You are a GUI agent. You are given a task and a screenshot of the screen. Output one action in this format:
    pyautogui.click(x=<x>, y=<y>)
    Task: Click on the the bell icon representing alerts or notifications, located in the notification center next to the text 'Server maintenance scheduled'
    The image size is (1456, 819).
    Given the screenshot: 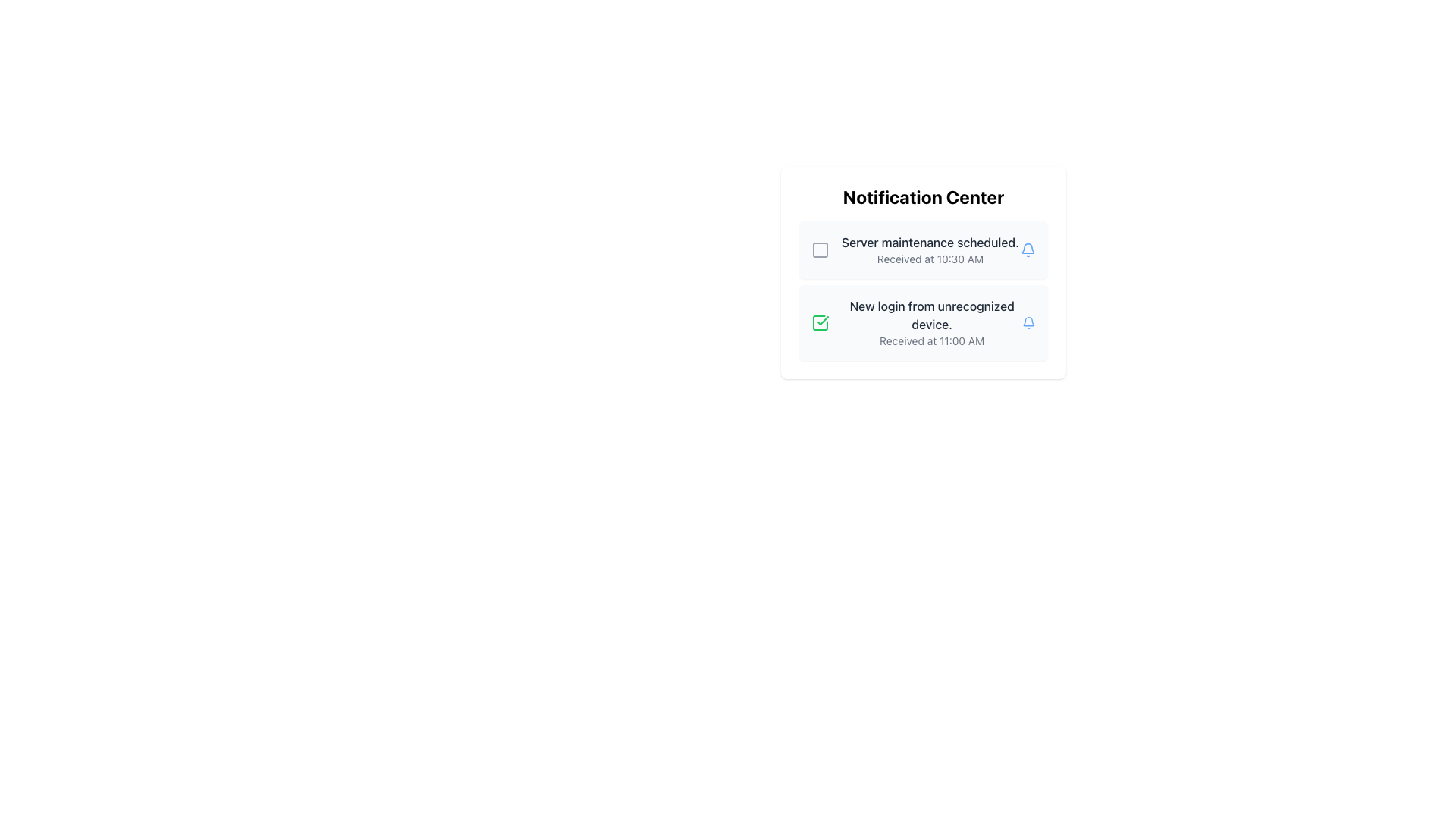 What is the action you would take?
    pyautogui.click(x=1028, y=247)
    